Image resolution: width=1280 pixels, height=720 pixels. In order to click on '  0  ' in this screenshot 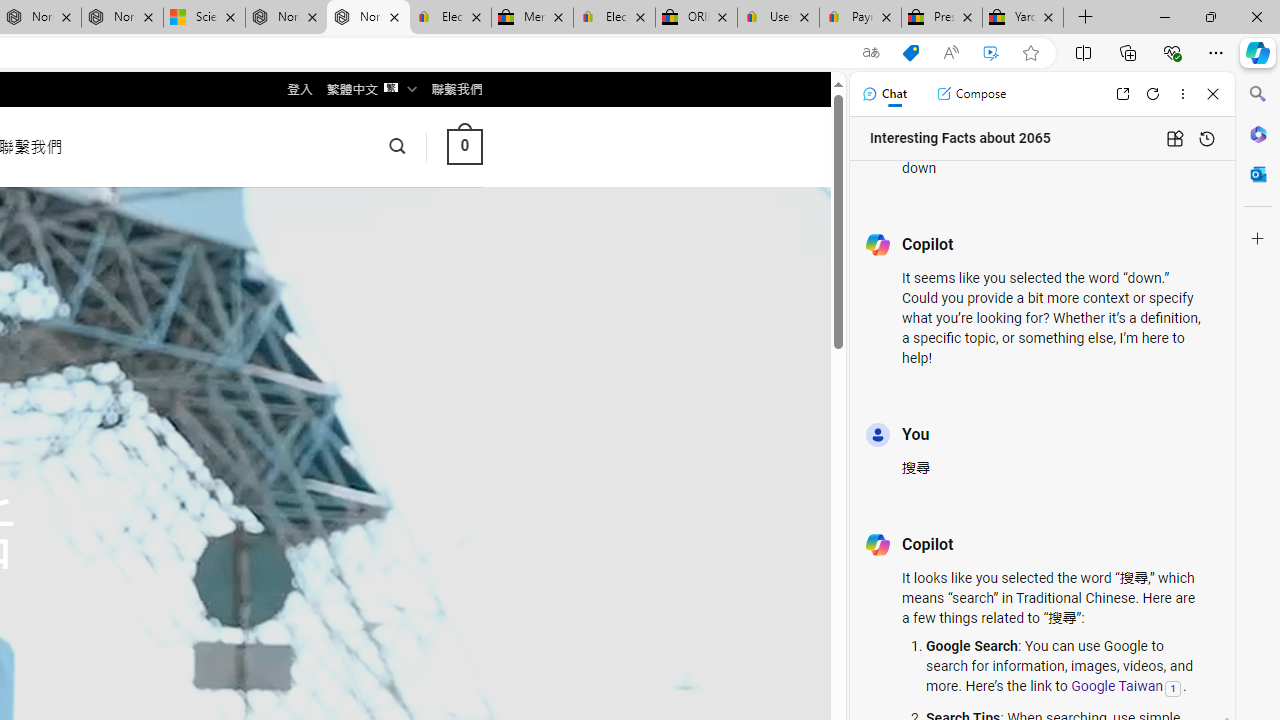, I will do `click(463, 145)`.